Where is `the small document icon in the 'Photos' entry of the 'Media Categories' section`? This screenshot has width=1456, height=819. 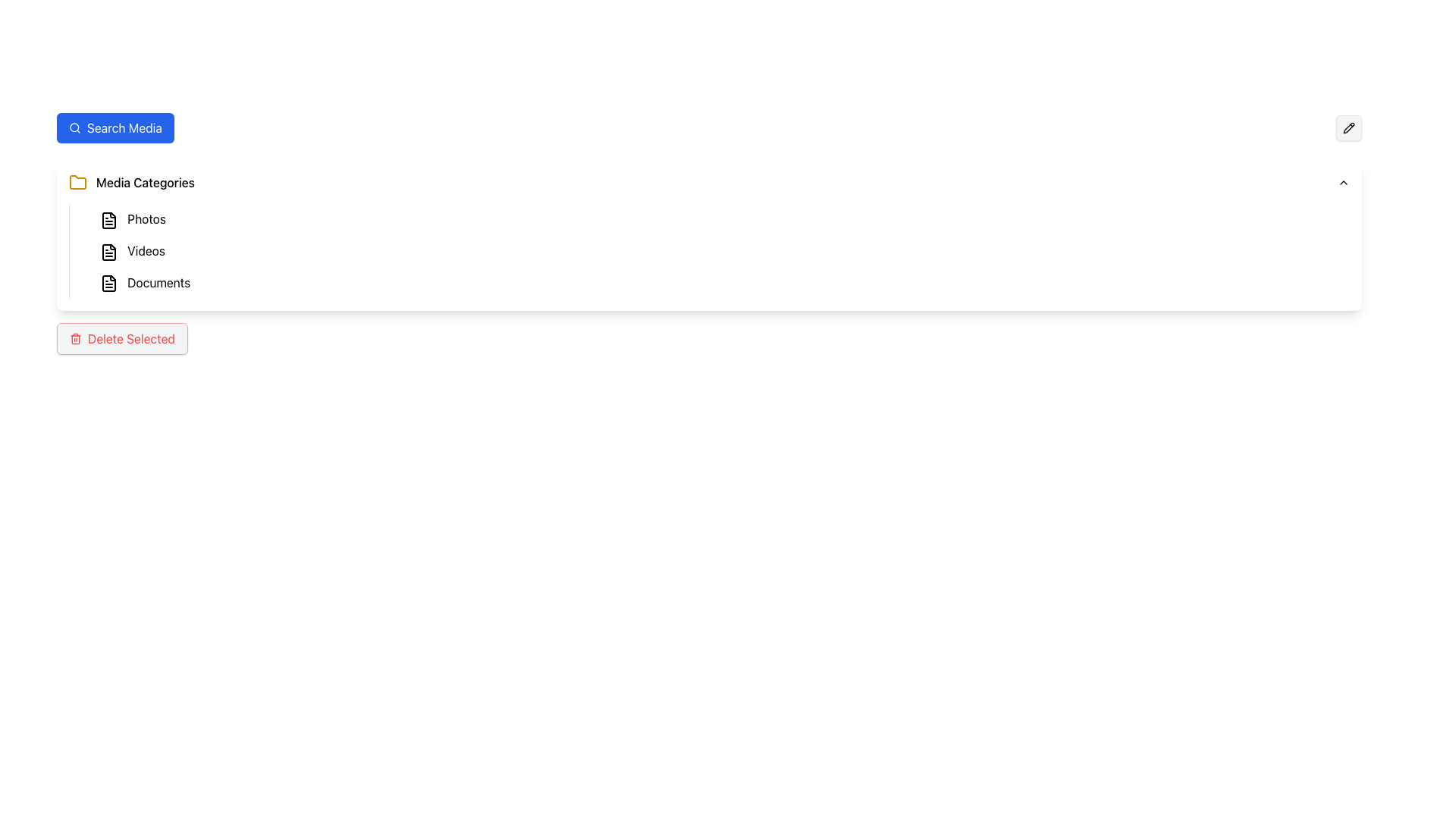 the small document icon in the 'Photos' entry of the 'Media Categories' section is located at coordinates (108, 219).